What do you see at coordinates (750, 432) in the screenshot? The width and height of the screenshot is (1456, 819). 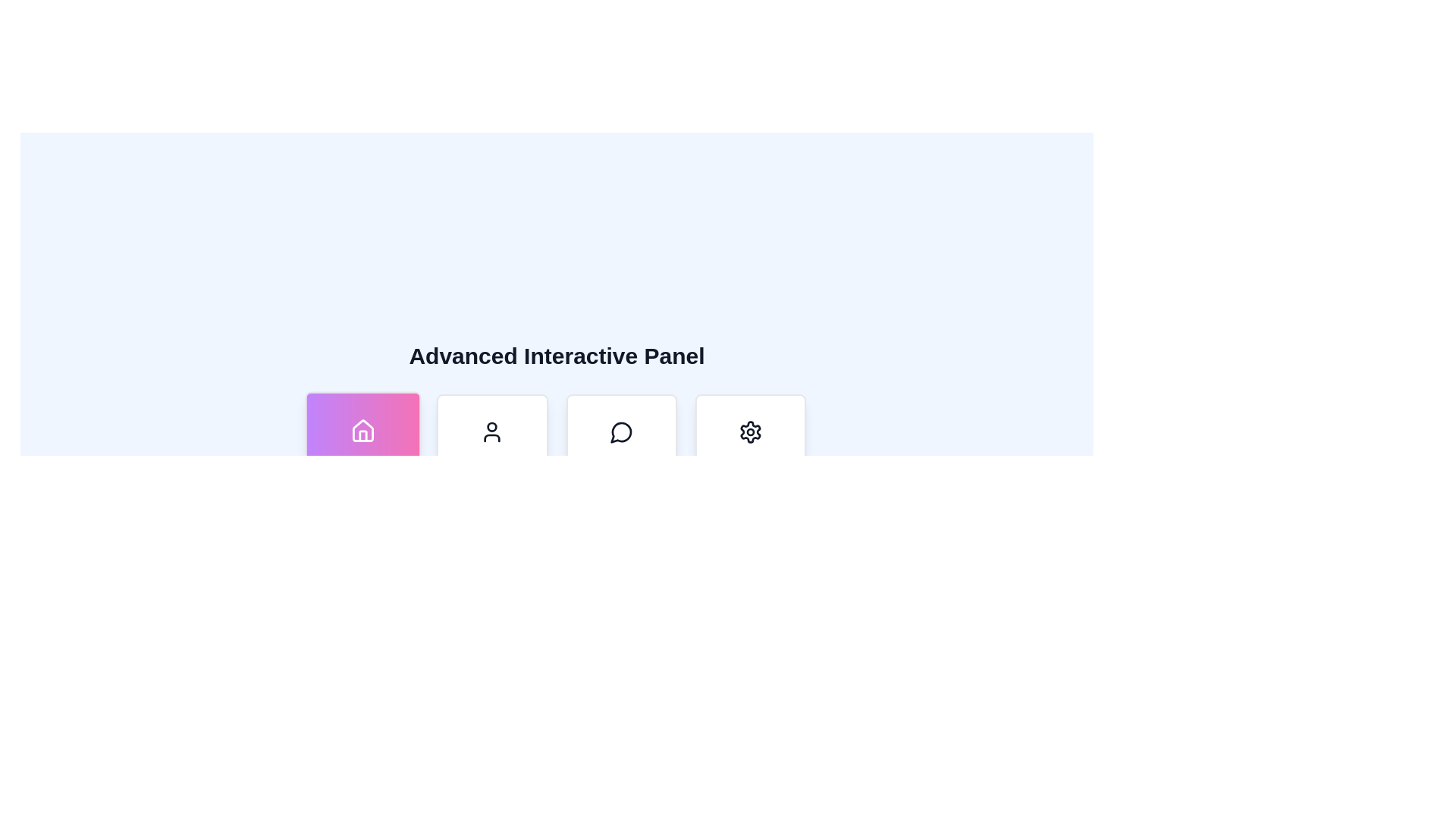 I see `the settings icon located at the top center of the 'Settings' box` at bounding box center [750, 432].